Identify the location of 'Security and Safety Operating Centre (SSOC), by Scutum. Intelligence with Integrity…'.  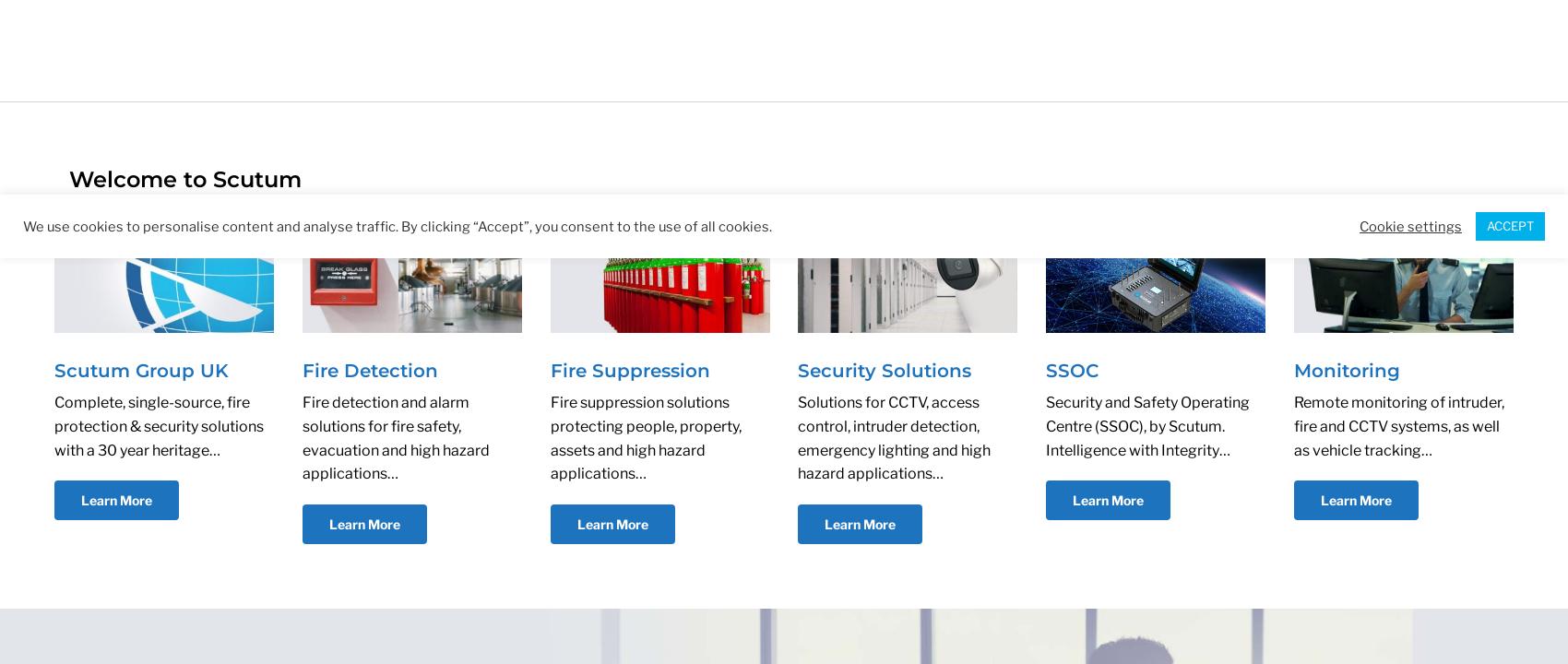
(1146, 426).